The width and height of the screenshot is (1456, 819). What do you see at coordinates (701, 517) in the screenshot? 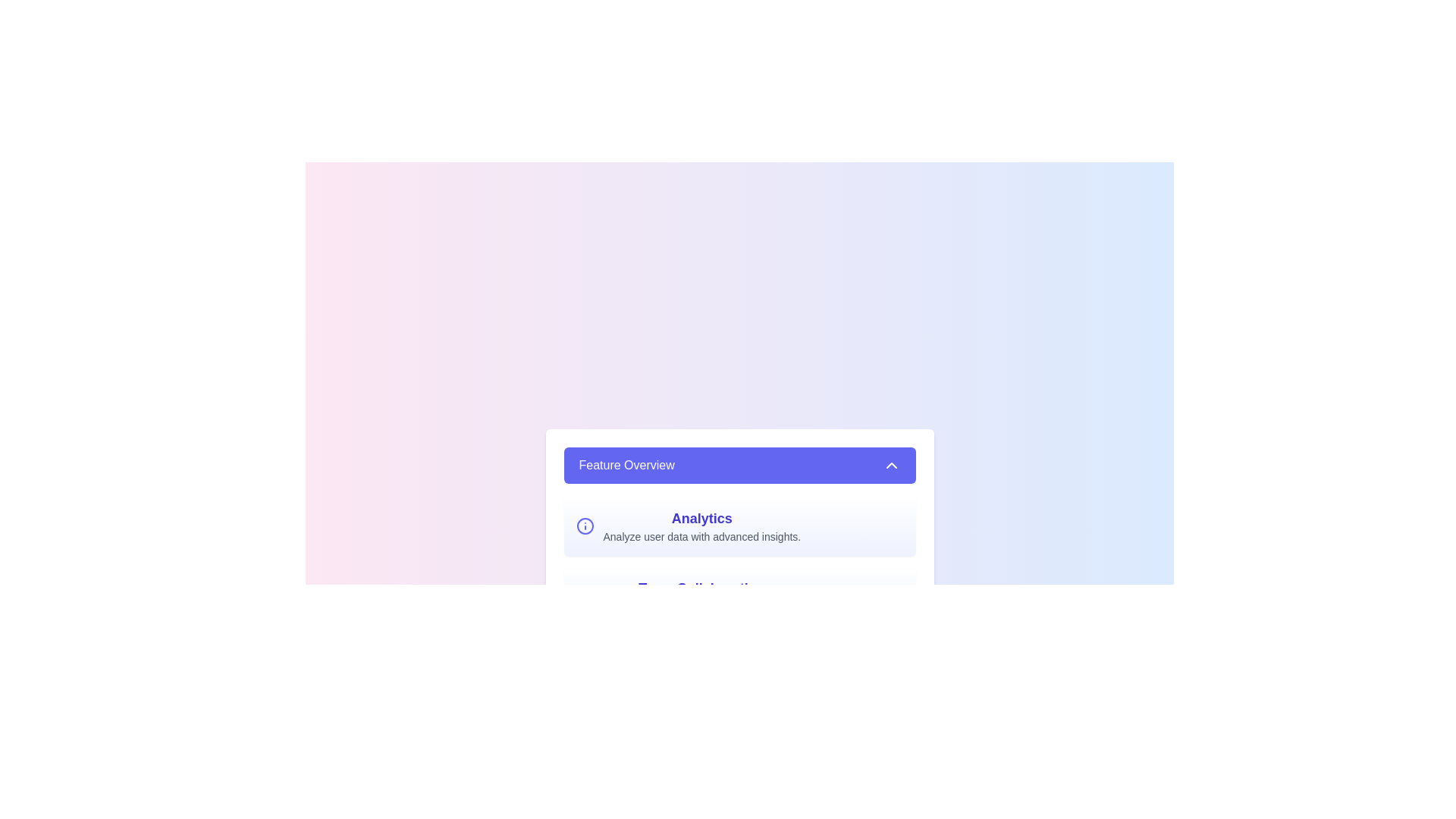
I see `the 'Analytics' text label, which is bold and indigo-blue` at bounding box center [701, 517].